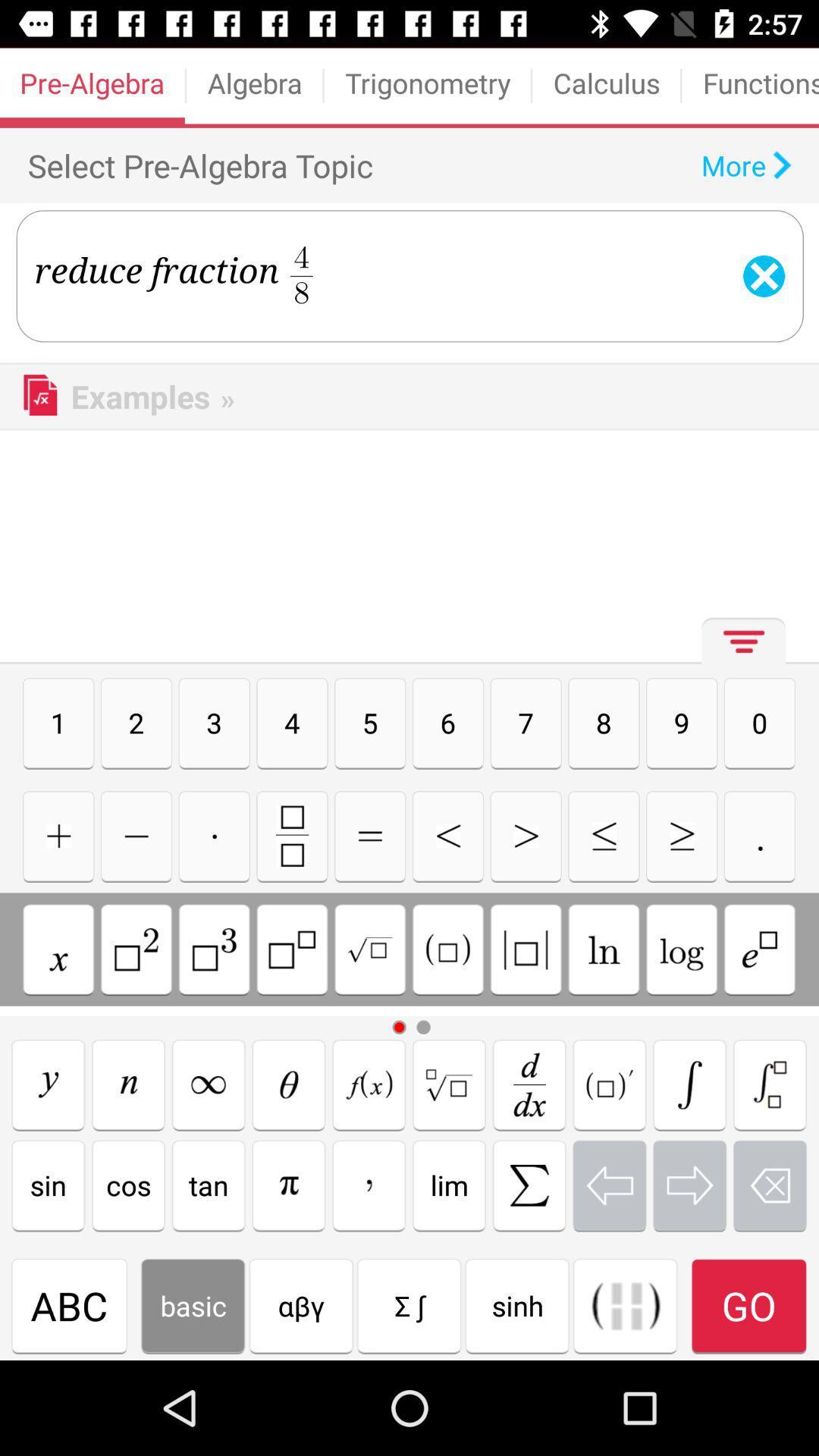 This screenshot has width=819, height=1456. What do you see at coordinates (525, 949) in the screenshot?
I see `symbol` at bounding box center [525, 949].